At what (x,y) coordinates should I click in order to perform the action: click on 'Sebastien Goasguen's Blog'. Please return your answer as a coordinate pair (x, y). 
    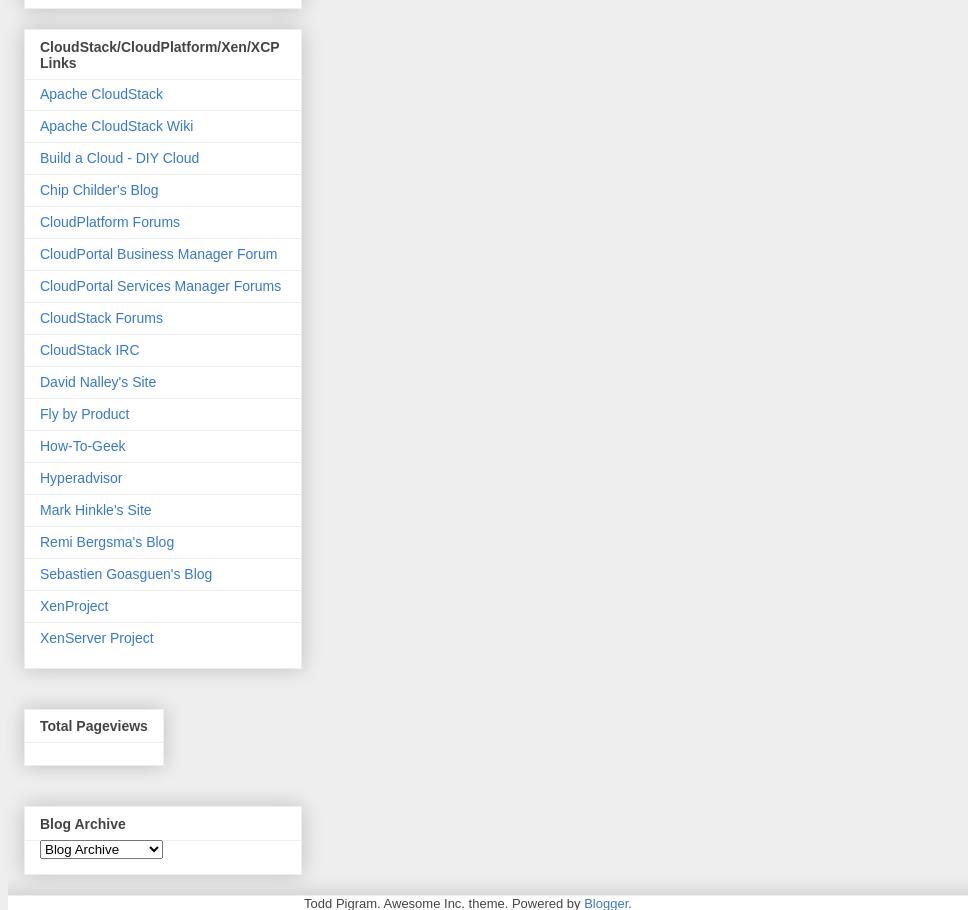
    Looking at the image, I should click on (125, 573).